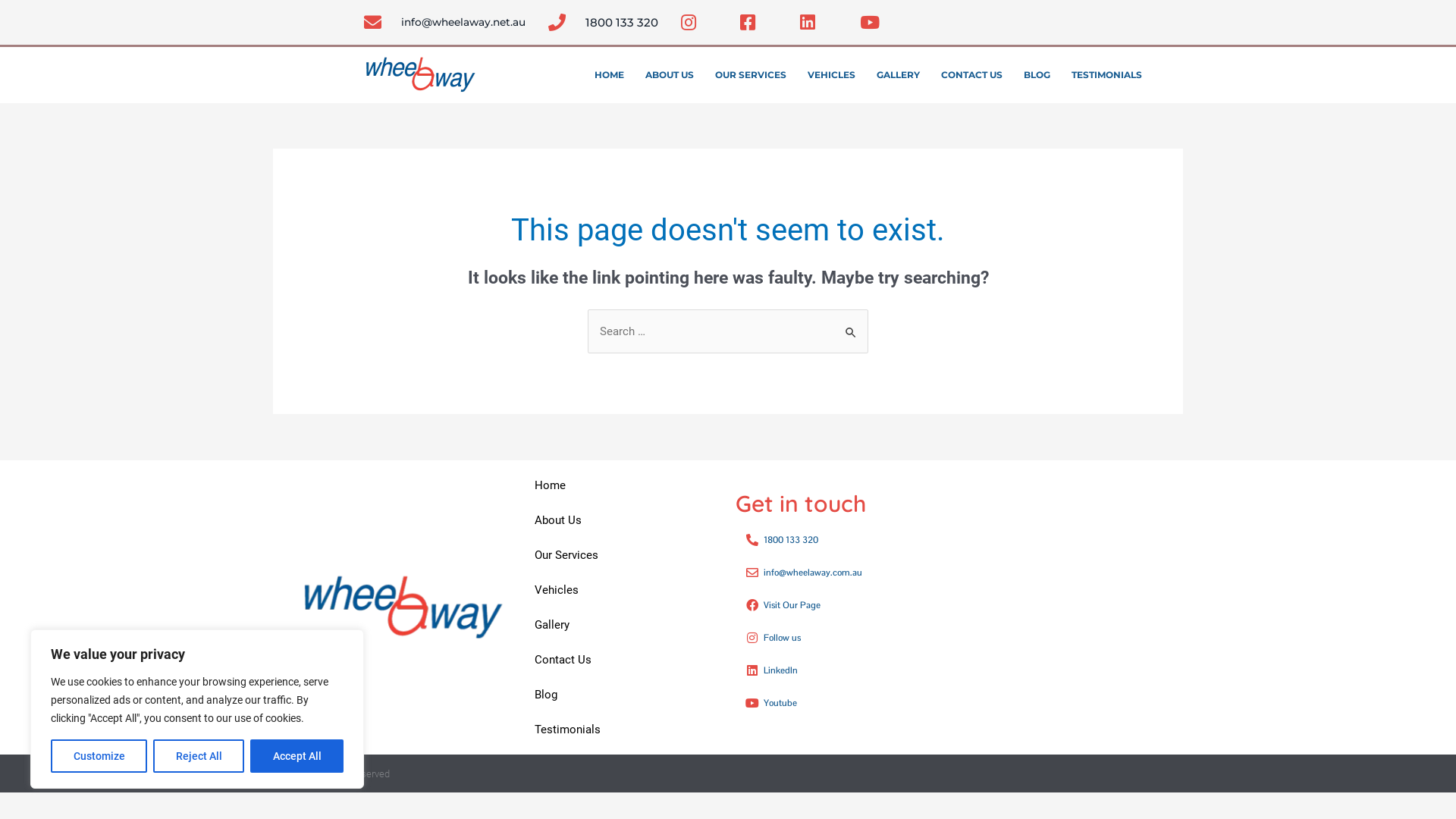 The image size is (1456, 819). I want to click on 'LinkedIn', so click(839, 669).